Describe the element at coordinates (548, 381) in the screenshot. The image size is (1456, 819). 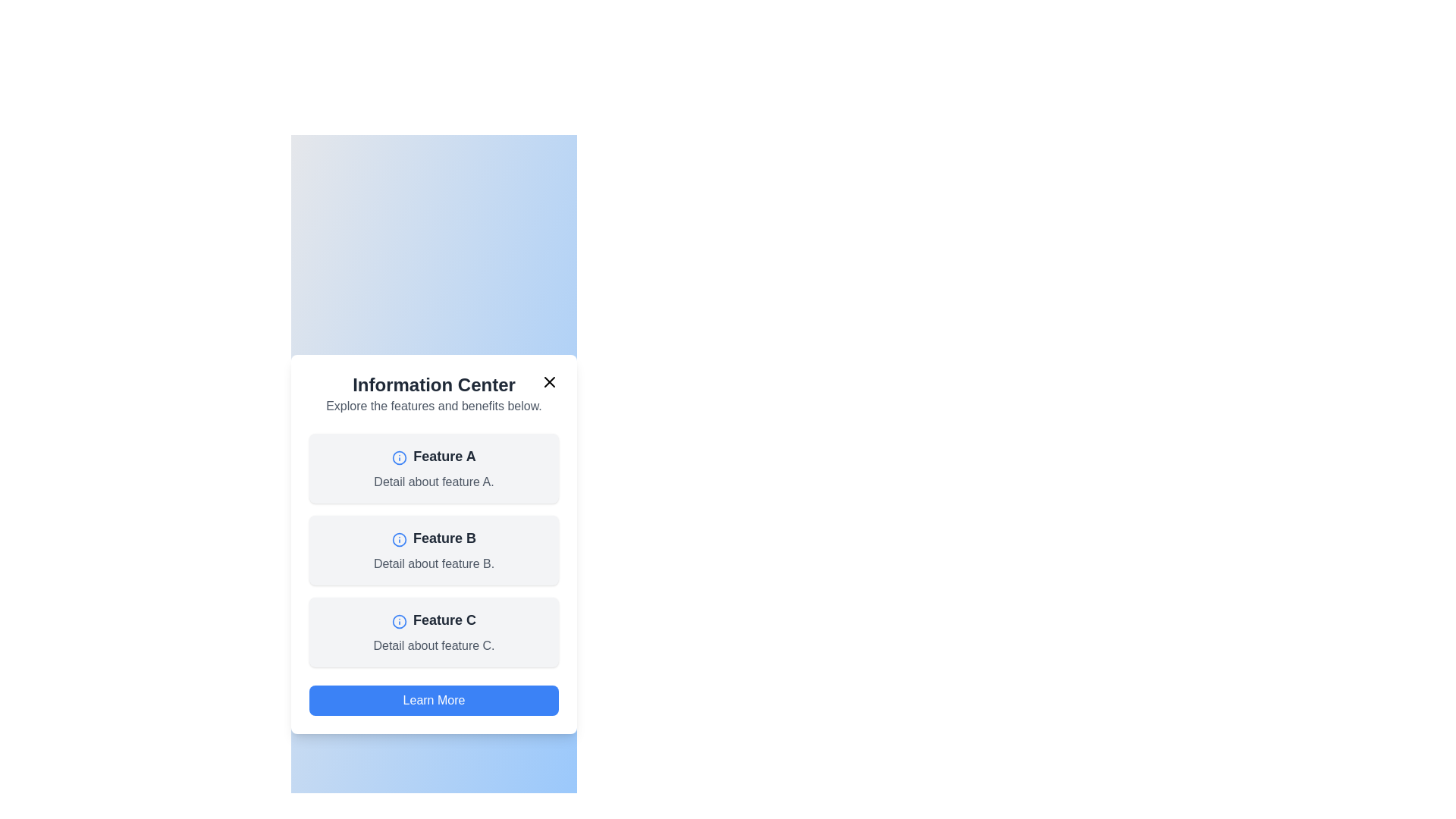
I see `close button (X) to close the dialog` at that location.